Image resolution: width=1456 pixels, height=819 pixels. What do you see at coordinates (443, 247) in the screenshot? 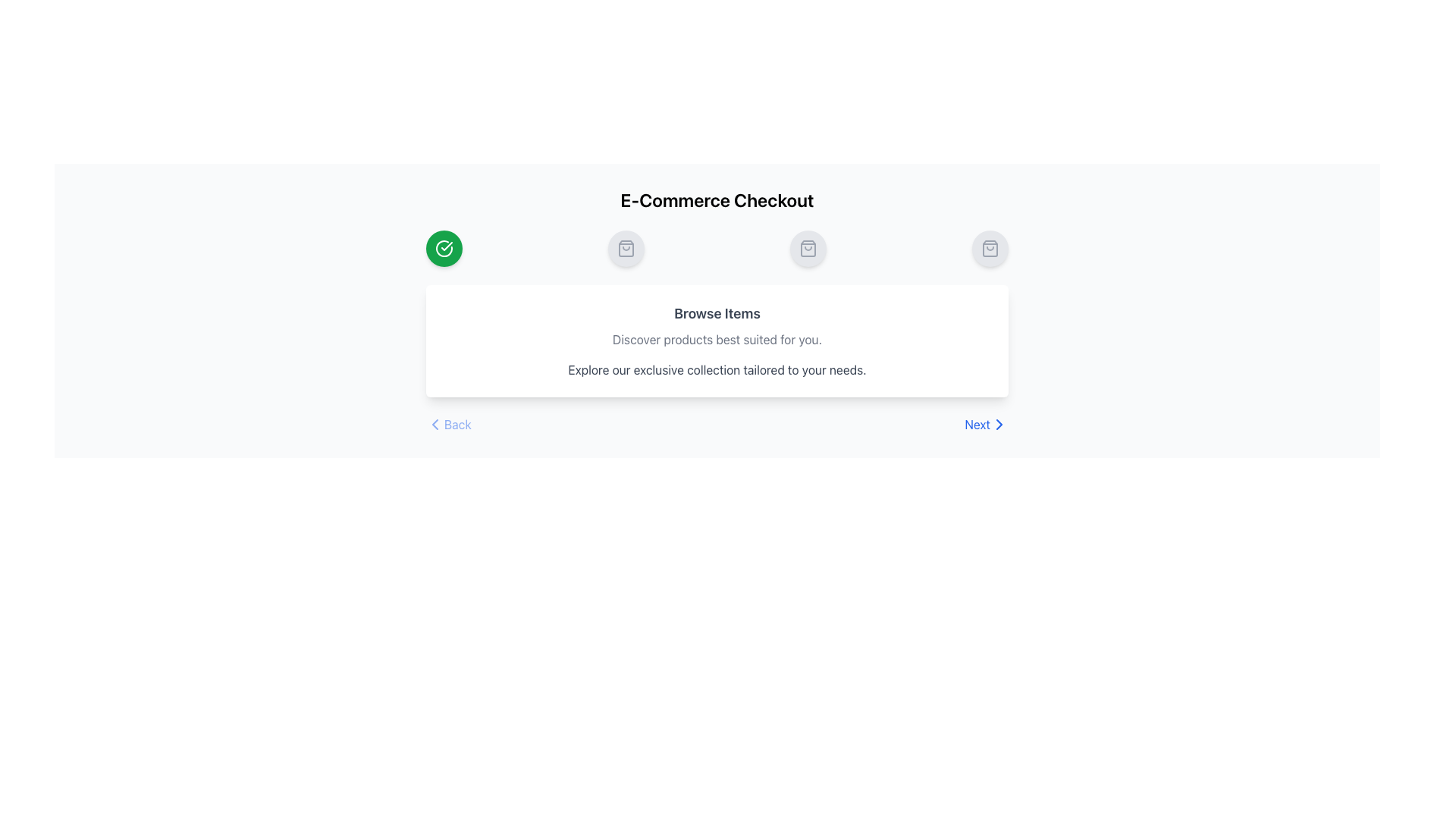
I see `the status represented by the first step marker icon, which has a checkmark indicating completion, located slightly below the 'E-Commerce Checkout' heading` at bounding box center [443, 247].